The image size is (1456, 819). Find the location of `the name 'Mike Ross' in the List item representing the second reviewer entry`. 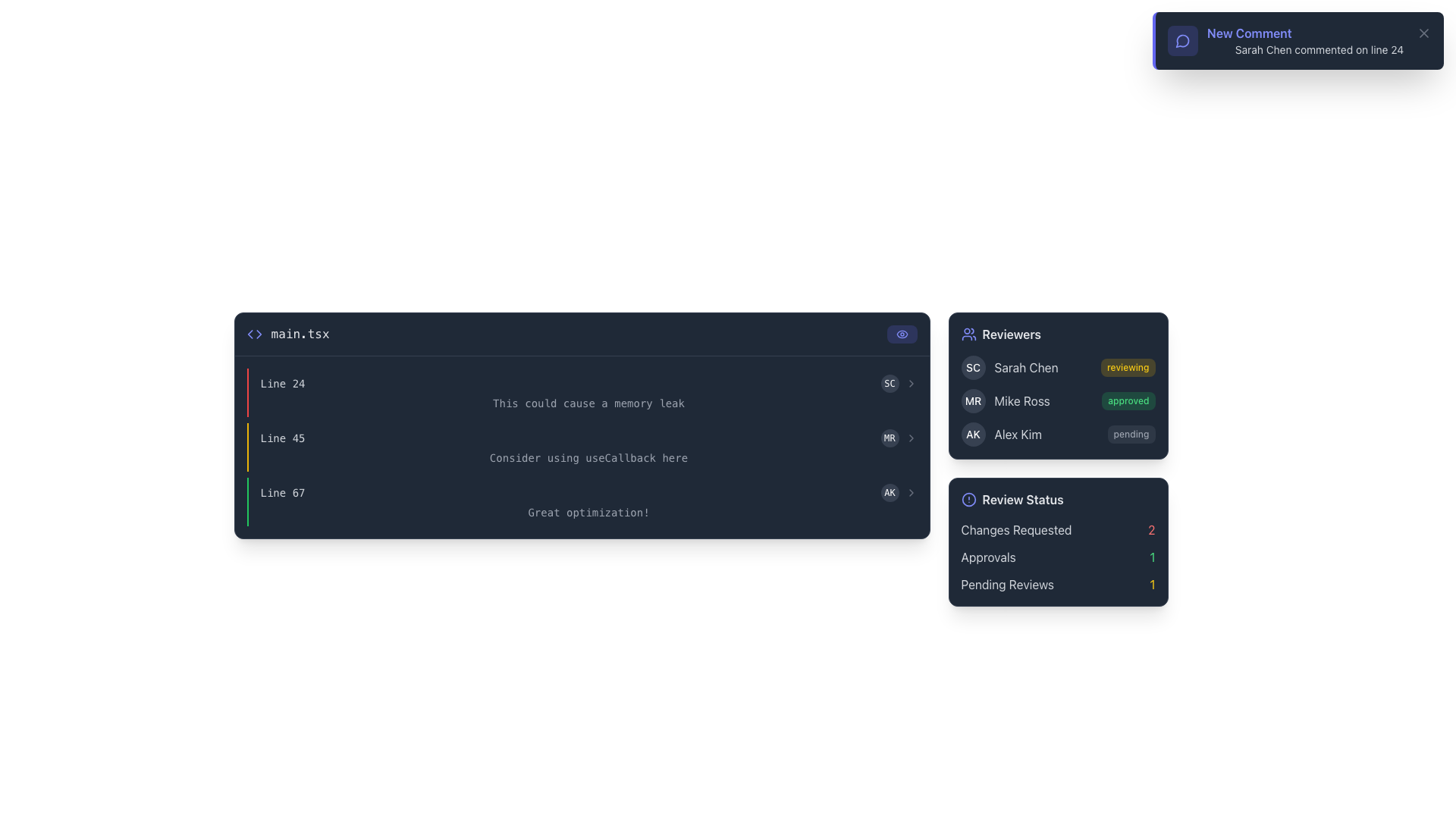

the name 'Mike Ross' in the List item representing the second reviewer entry is located at coordinates (1057, 400).